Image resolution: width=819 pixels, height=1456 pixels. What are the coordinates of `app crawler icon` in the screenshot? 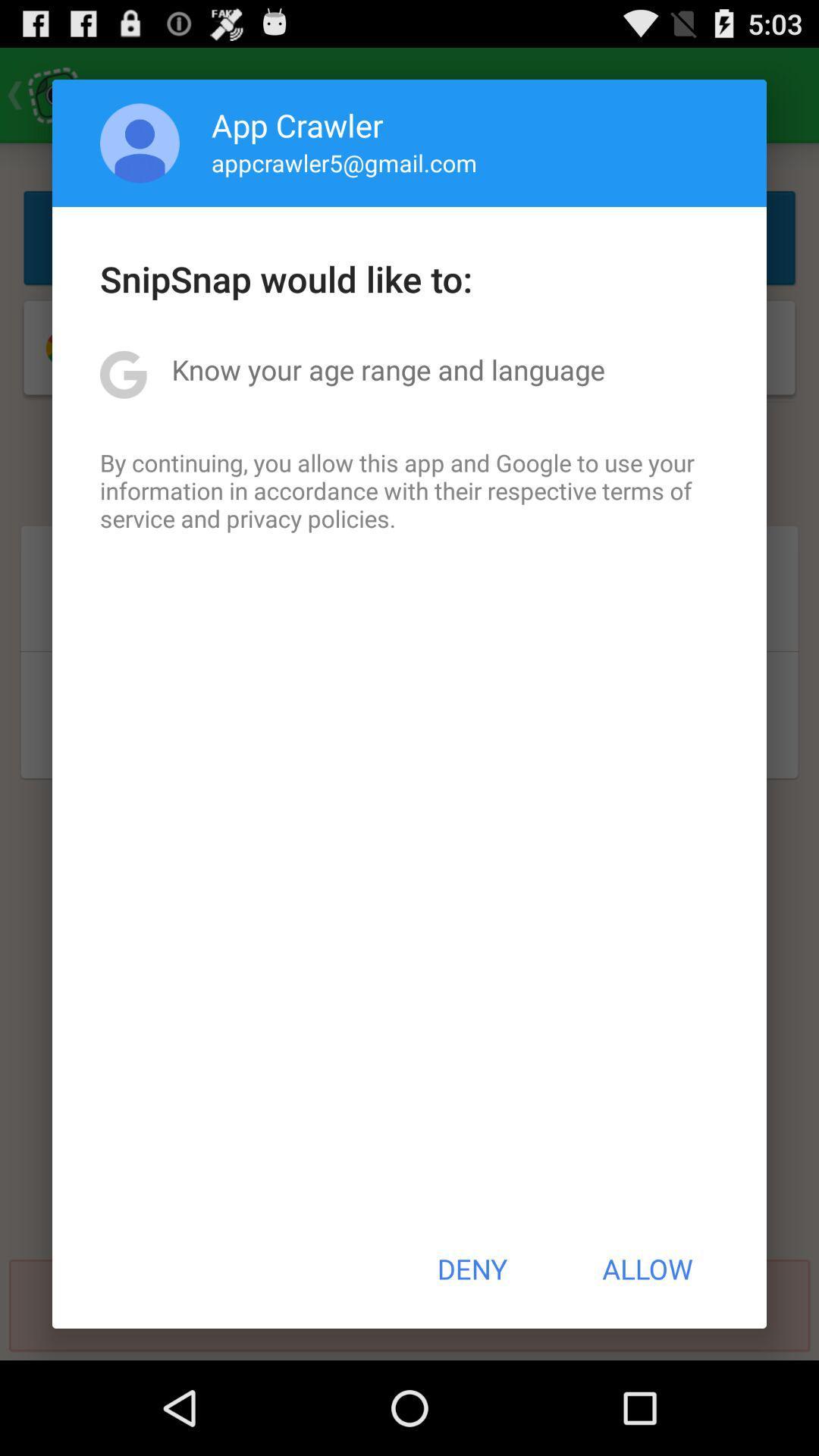 It's located at (297, 124).